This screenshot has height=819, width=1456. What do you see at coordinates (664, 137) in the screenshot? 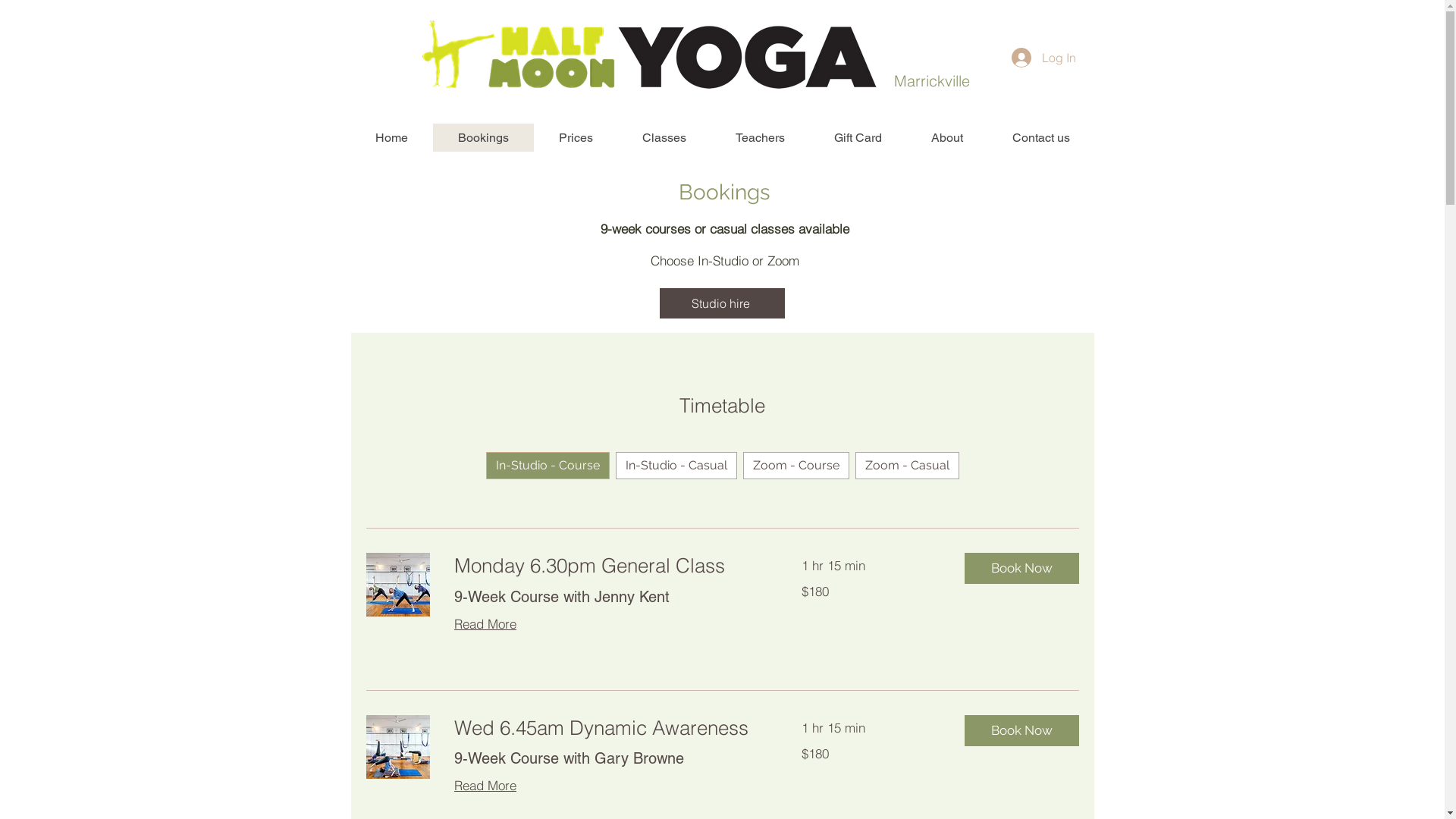
I see `'Classes'` at bounding box center [664, 137].